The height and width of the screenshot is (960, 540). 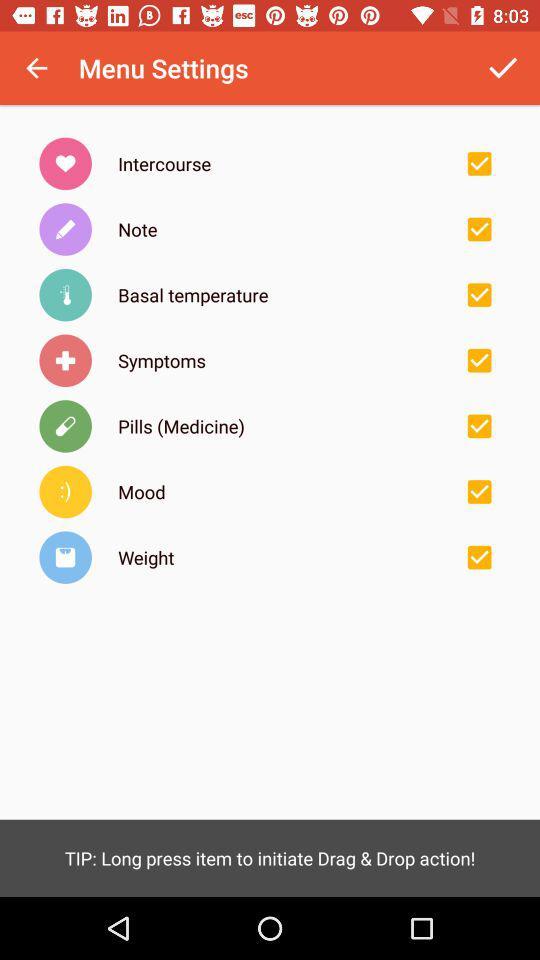 I want to click on symptoms, so click(x=478, y=360).